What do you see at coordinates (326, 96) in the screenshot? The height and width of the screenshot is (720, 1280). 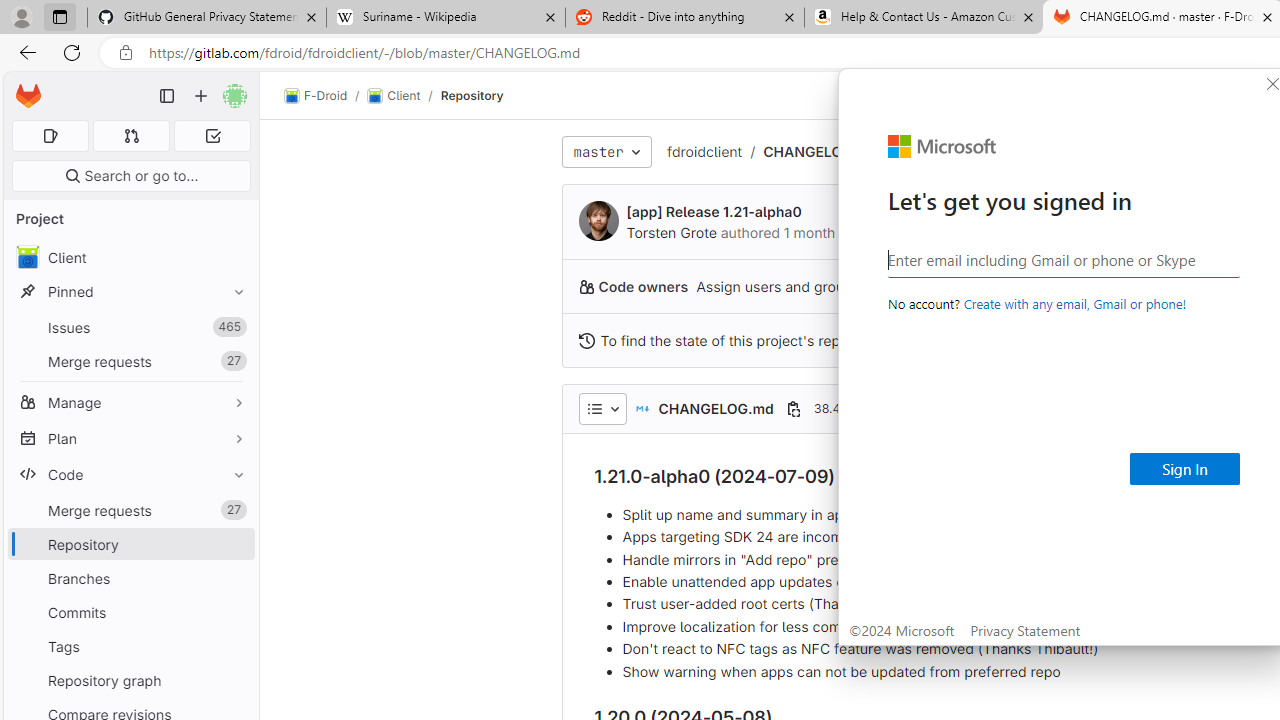 I see `'F-Droid/'` at bounding box center [326, 96].